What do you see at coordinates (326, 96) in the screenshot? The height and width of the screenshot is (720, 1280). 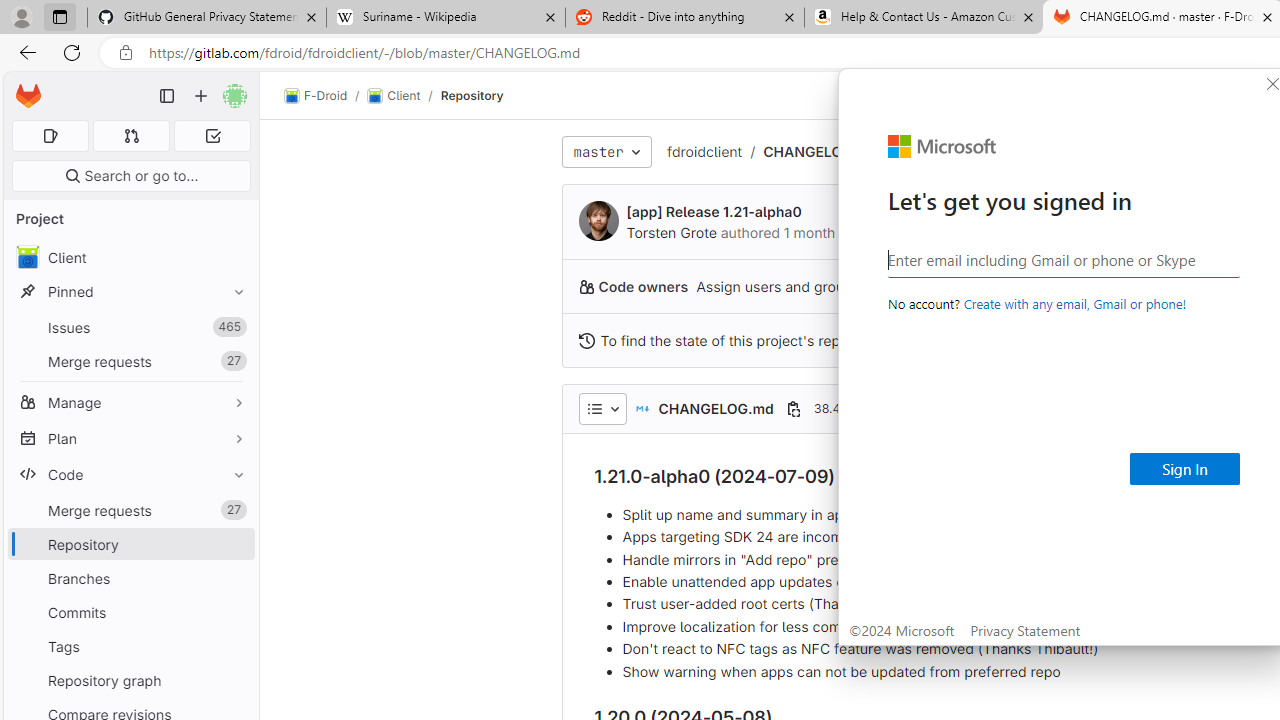 I see `'F-Droid/'` at bounding box center [326, 96].